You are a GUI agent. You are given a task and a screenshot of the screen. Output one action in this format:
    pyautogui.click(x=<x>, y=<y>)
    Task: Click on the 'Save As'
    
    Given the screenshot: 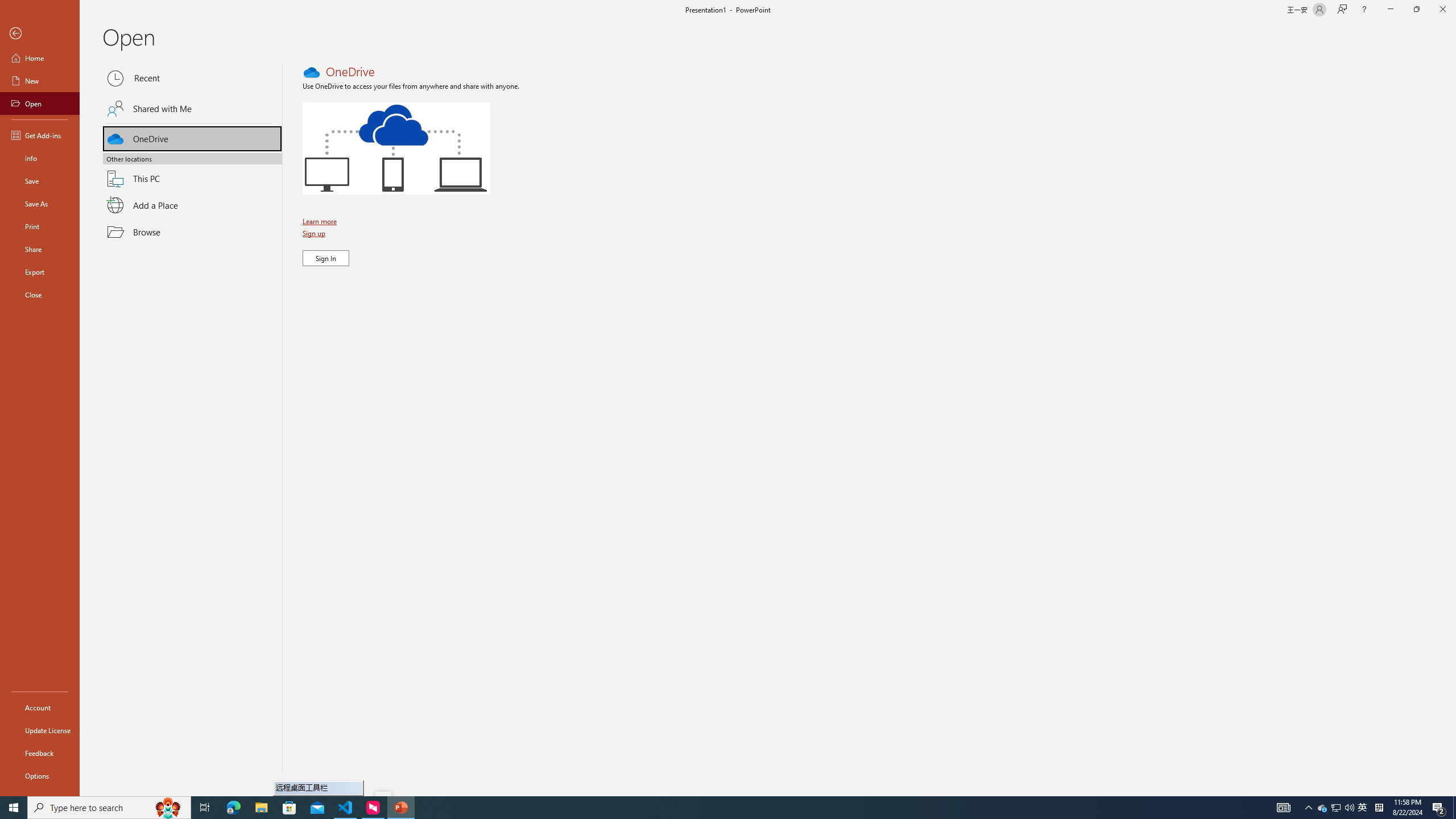 What is the action you would take?
    pyautogui.click(x=39, y=202)
    